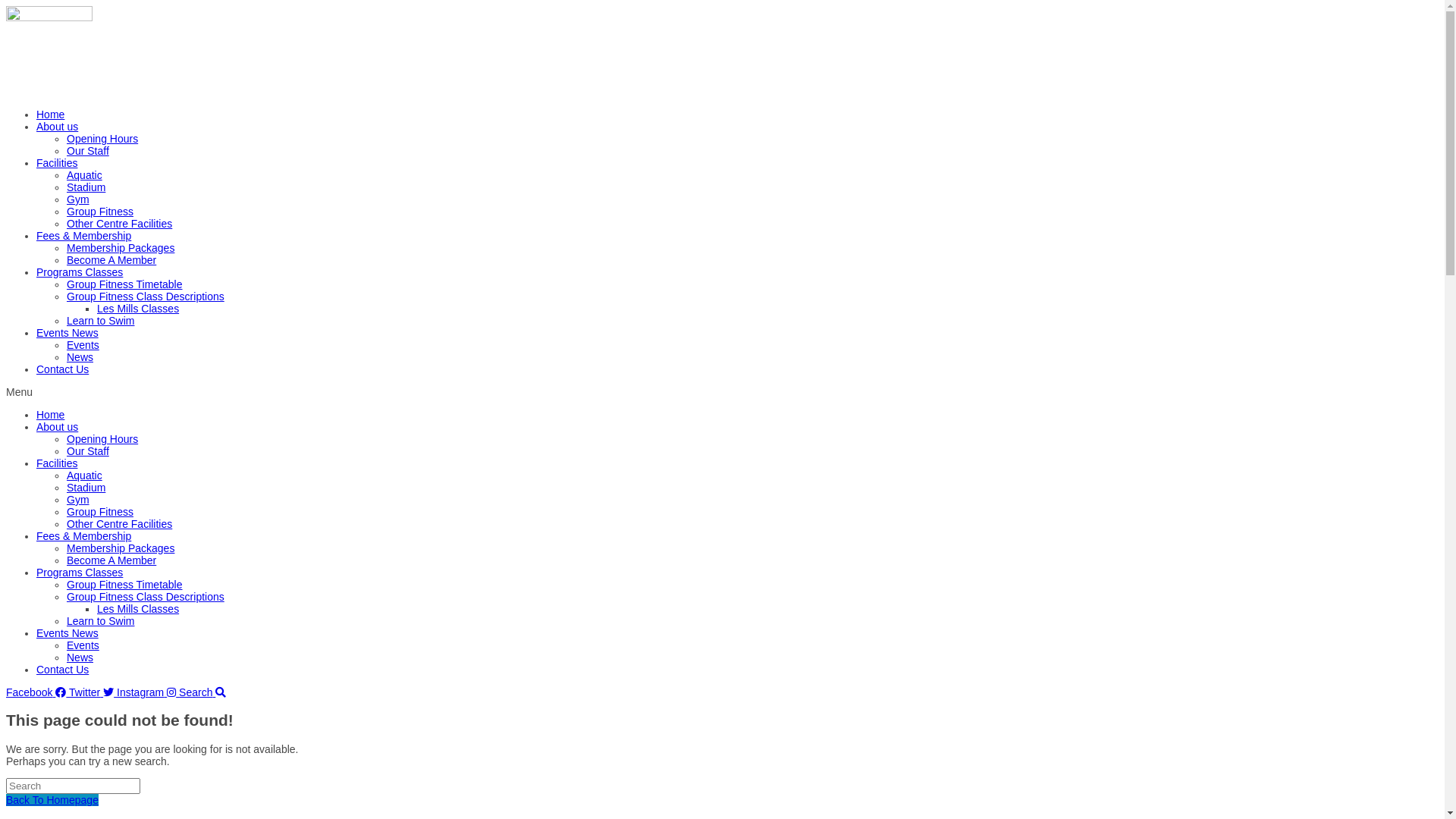 This screenshot has height=819, width=1456. Describe the element at coordinates (99, 211) in the screenshot. I see `'Group Fitness'` at that location.